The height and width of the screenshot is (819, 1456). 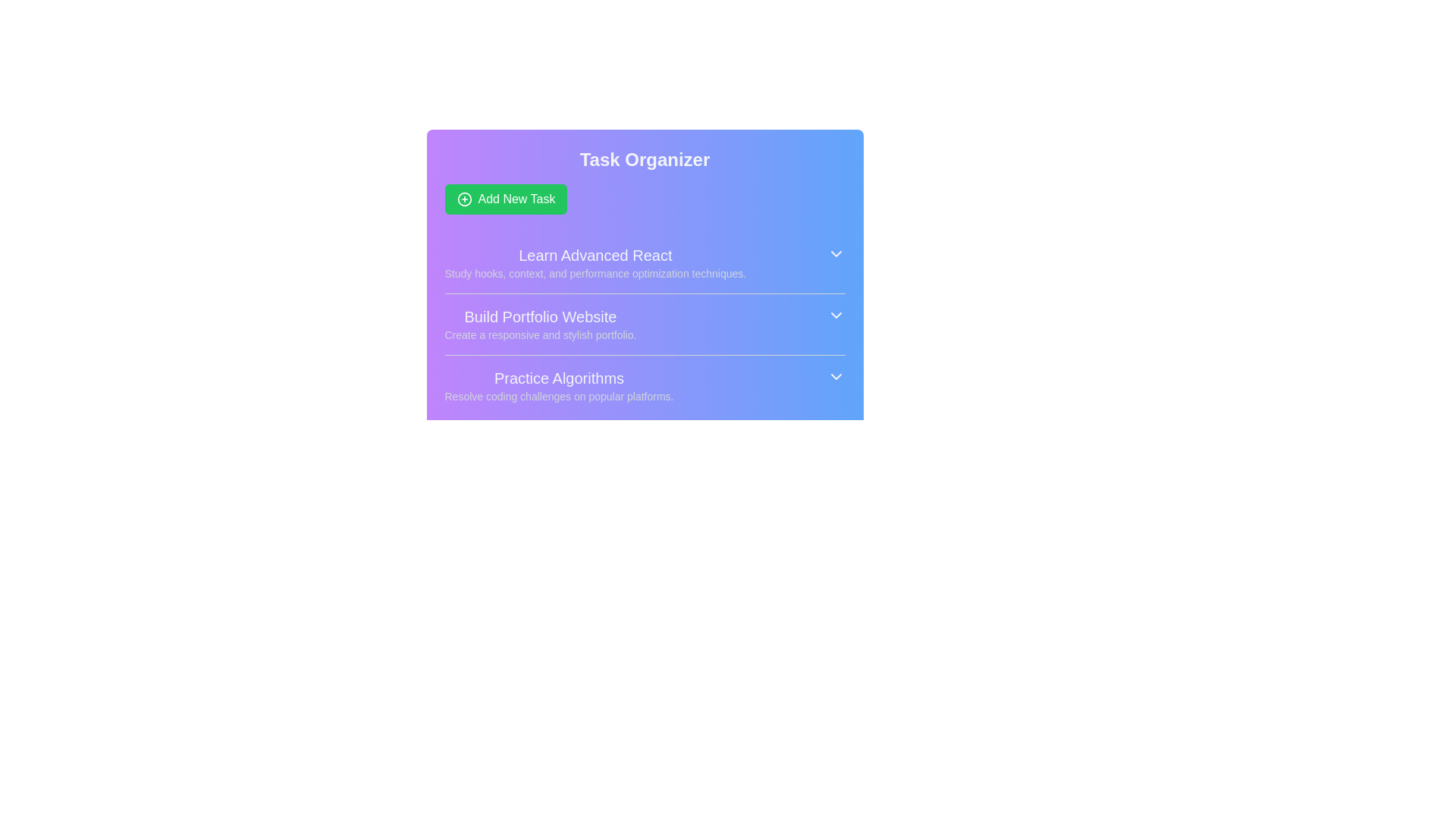 I want to click on the 'Add Task' button located below the 'Task Organizer' title, so click(x=506, y=198).